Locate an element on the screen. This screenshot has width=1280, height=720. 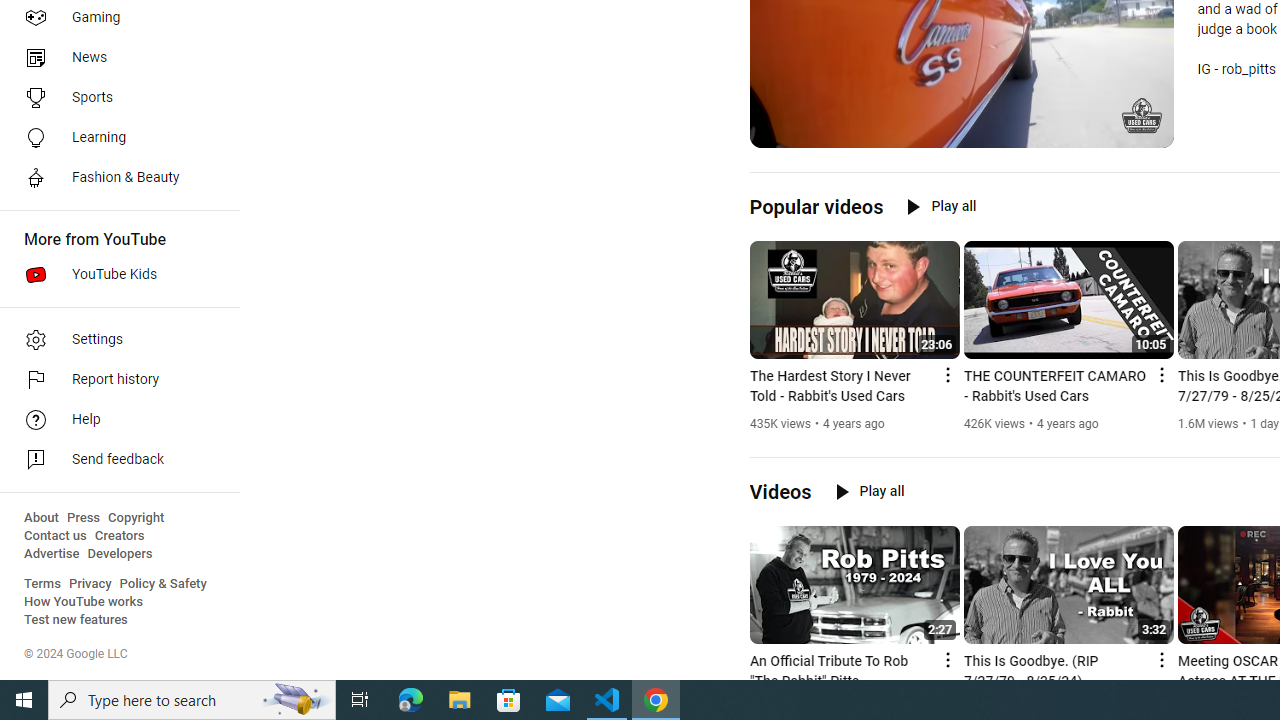
'Press' is located at coordinates (82, 517).